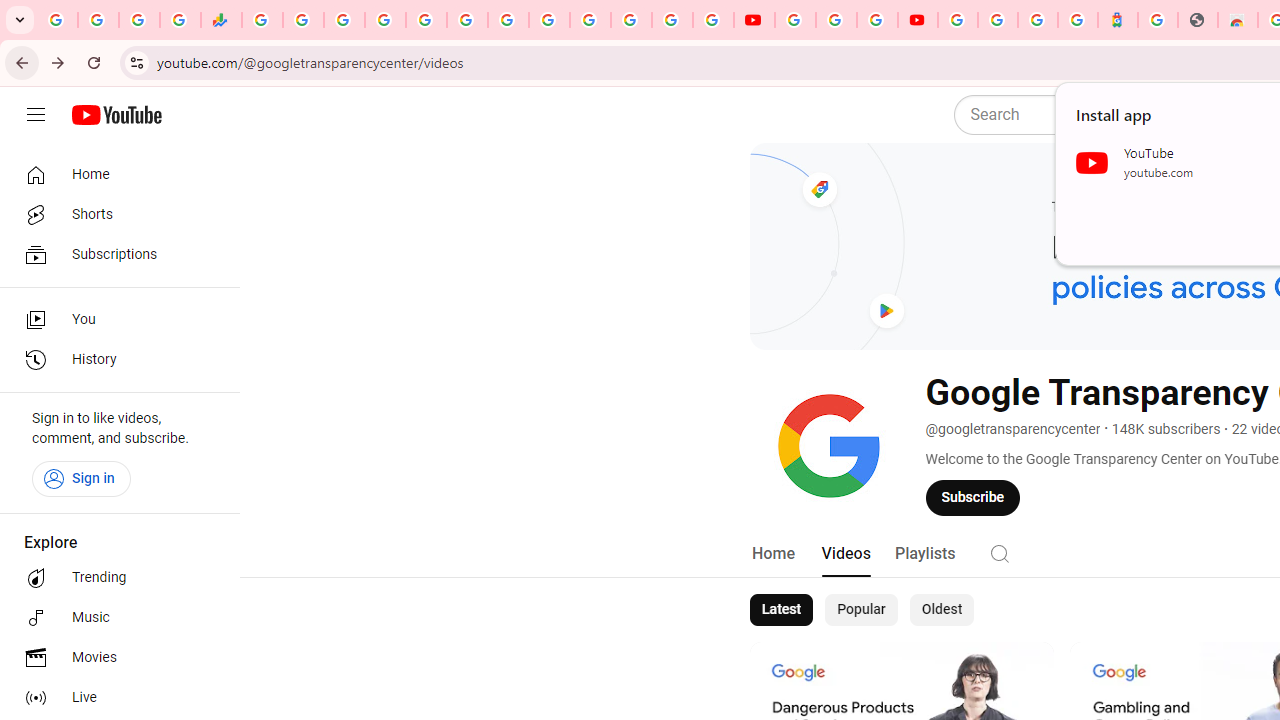 The image size is (1280, 720). Describe the element at coordinates (112, 253) in the screenshot. I see `'Subscriptions'` at that location.